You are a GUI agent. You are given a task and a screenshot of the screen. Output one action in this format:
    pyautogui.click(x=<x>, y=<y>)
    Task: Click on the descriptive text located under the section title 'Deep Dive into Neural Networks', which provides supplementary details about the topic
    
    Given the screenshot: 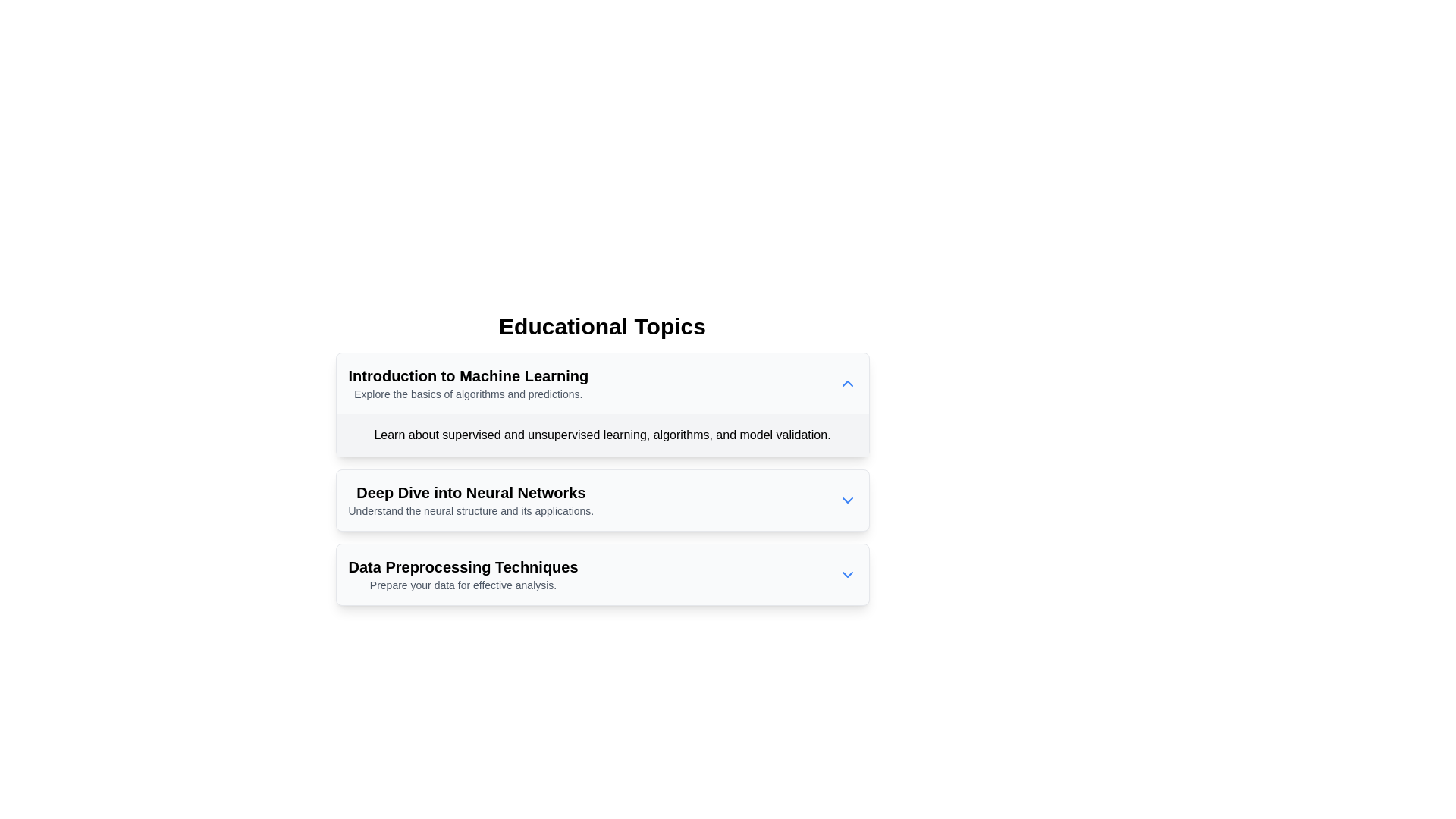 What is the action you would take?
    pyautogui.click(x=470, y=511)
    